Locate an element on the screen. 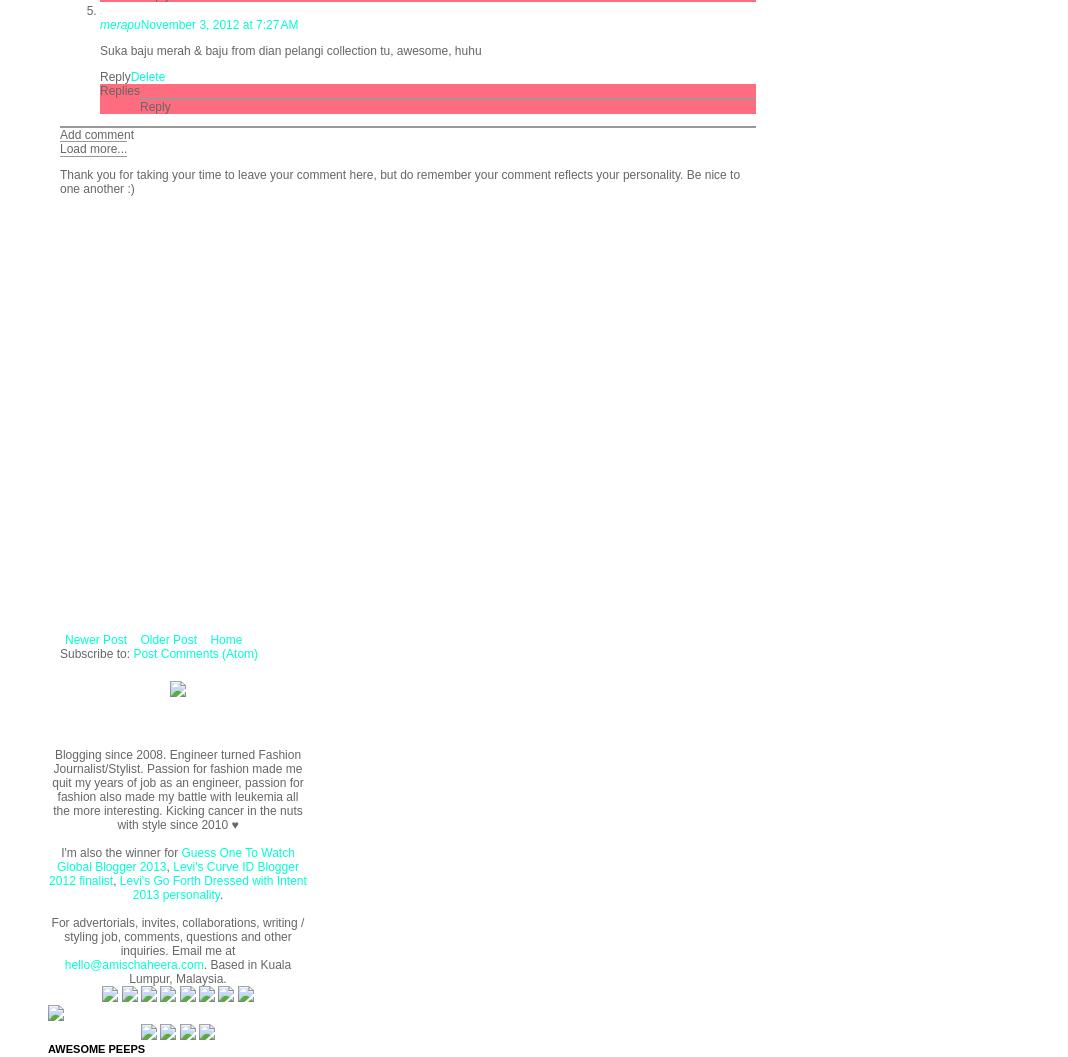 This screenshot has height=1057, width=1068. 'Replies' is located at coordinates (119, 88).